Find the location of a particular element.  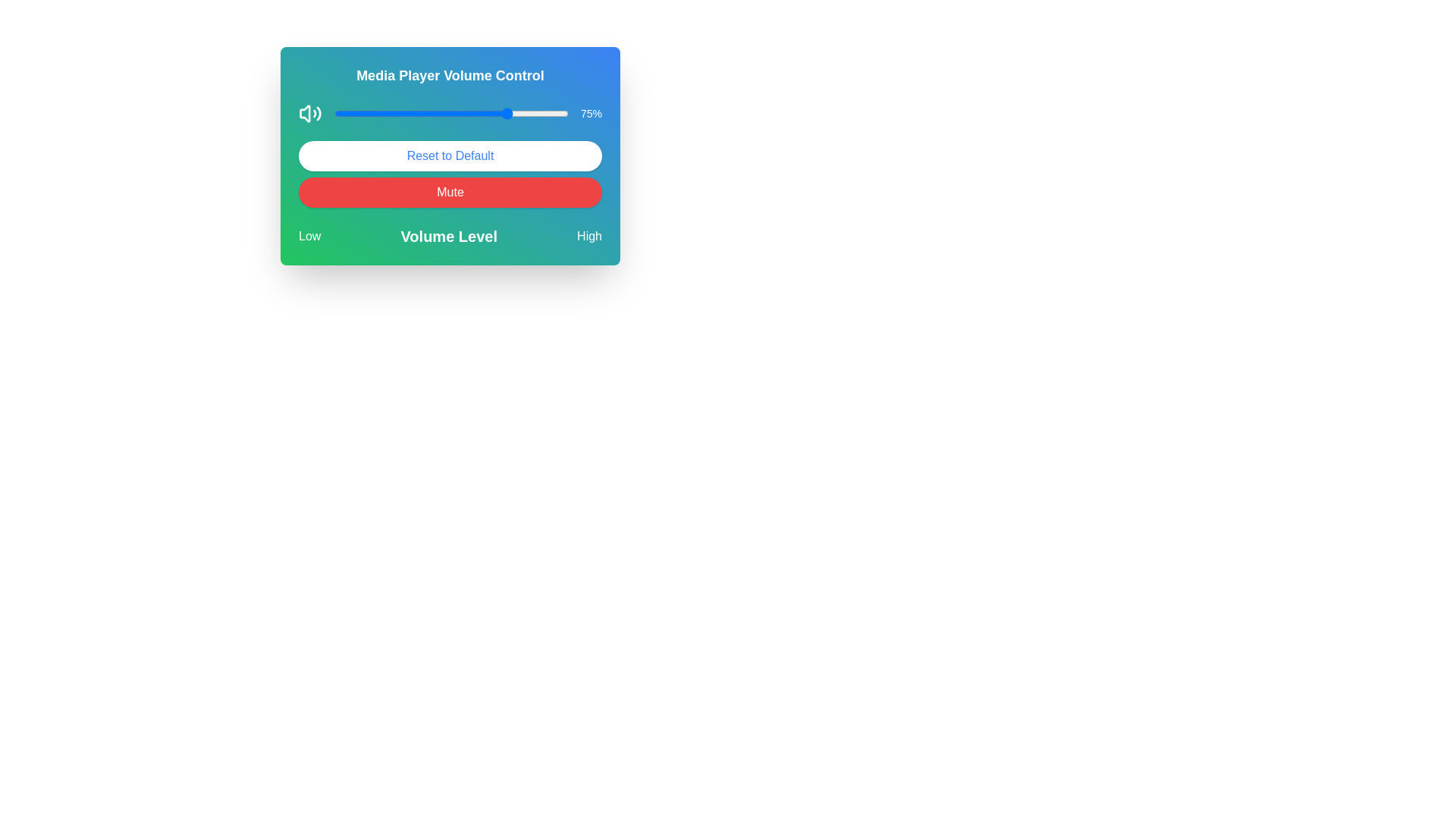

the 'Volume Level' text label in the Media Player Volume Control, which indicates the volume range from 'Low' to 'High' is located at coordinates (450, 237).